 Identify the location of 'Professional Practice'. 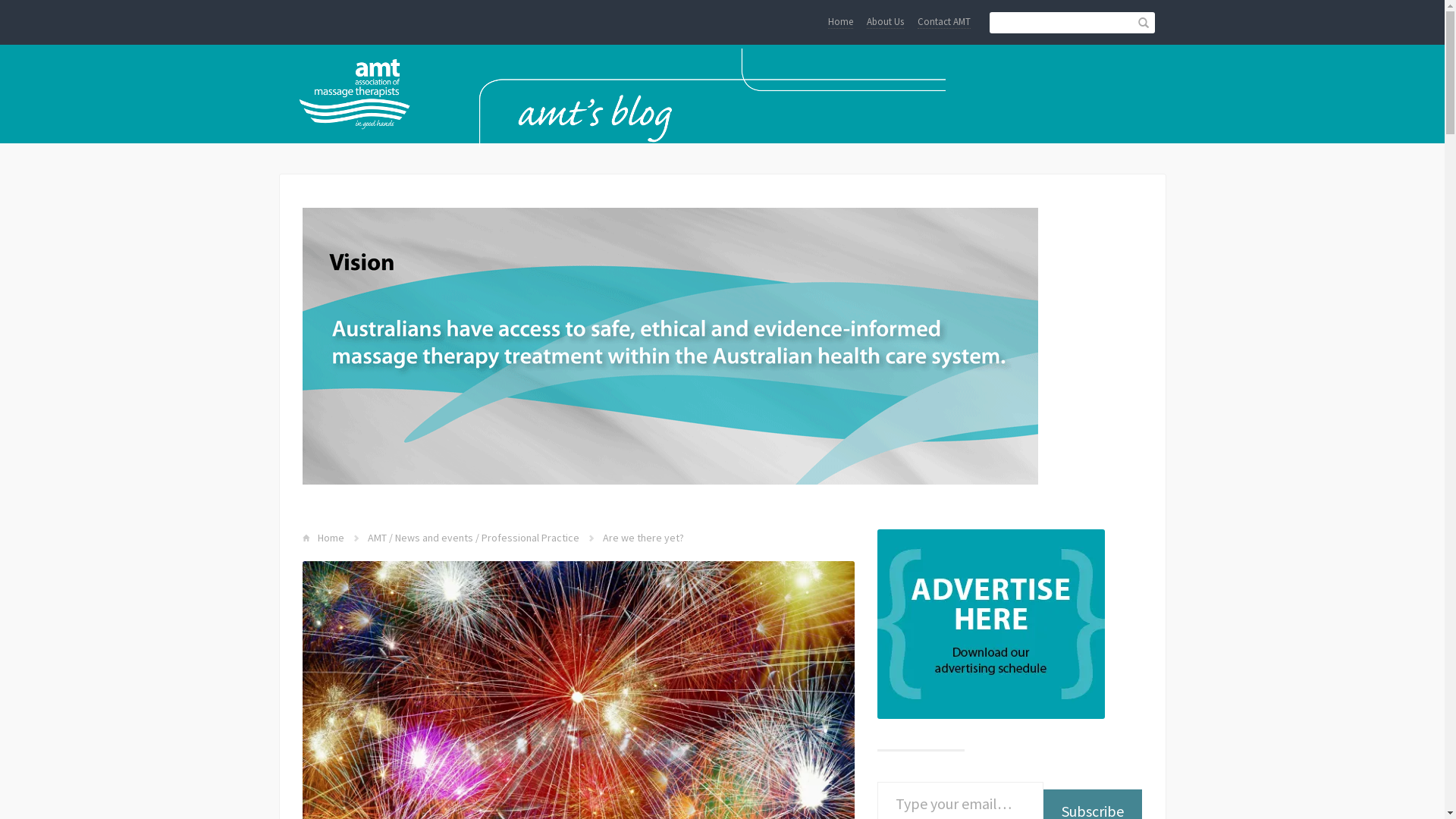
(529, 537).